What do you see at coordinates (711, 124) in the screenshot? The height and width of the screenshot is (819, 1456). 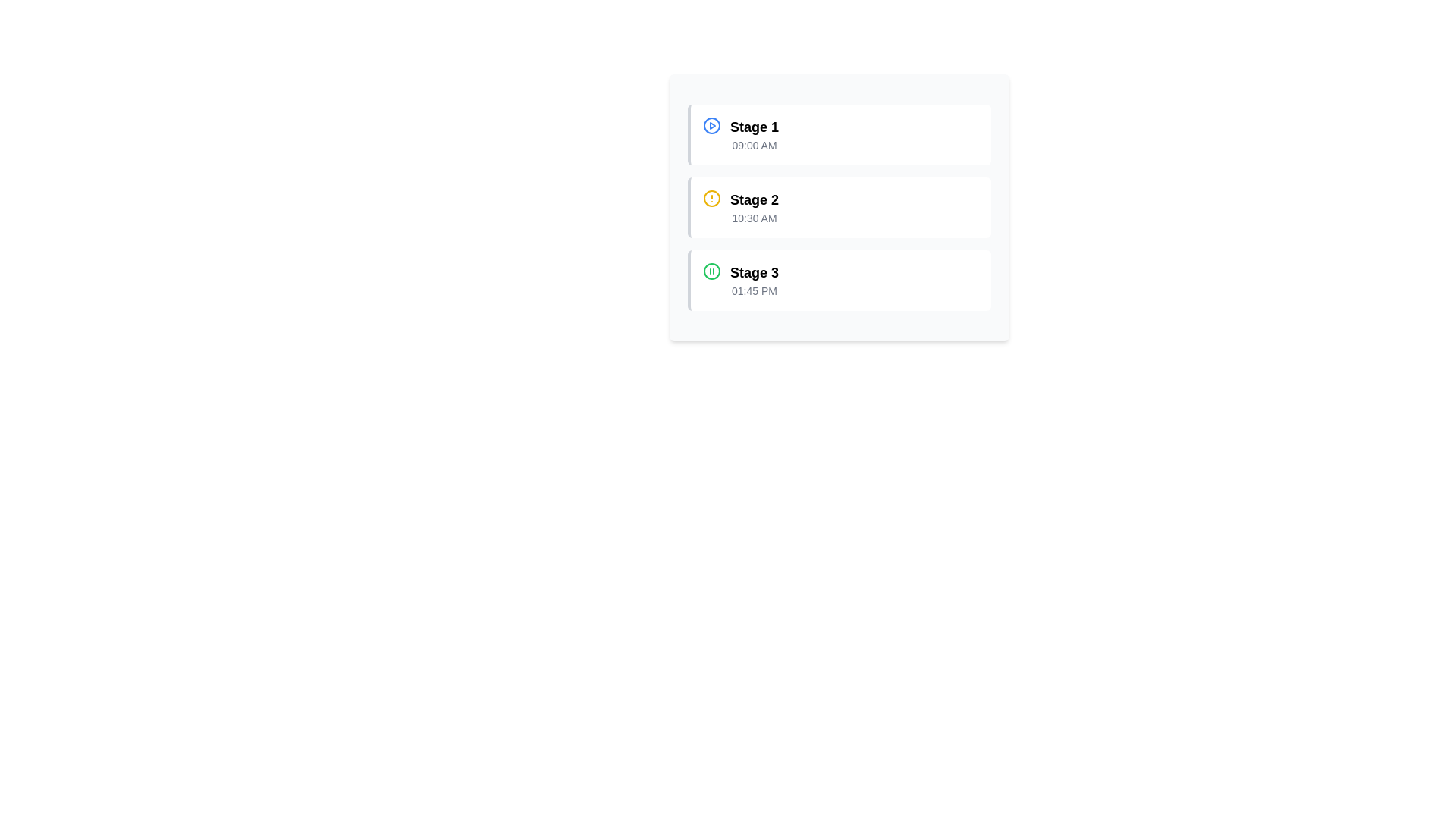 I see `the SVG Circle element, which is part of the icon located to the left of the 'Stage 1' label in the first item of a vertical list` at bounding box center [711, 124].